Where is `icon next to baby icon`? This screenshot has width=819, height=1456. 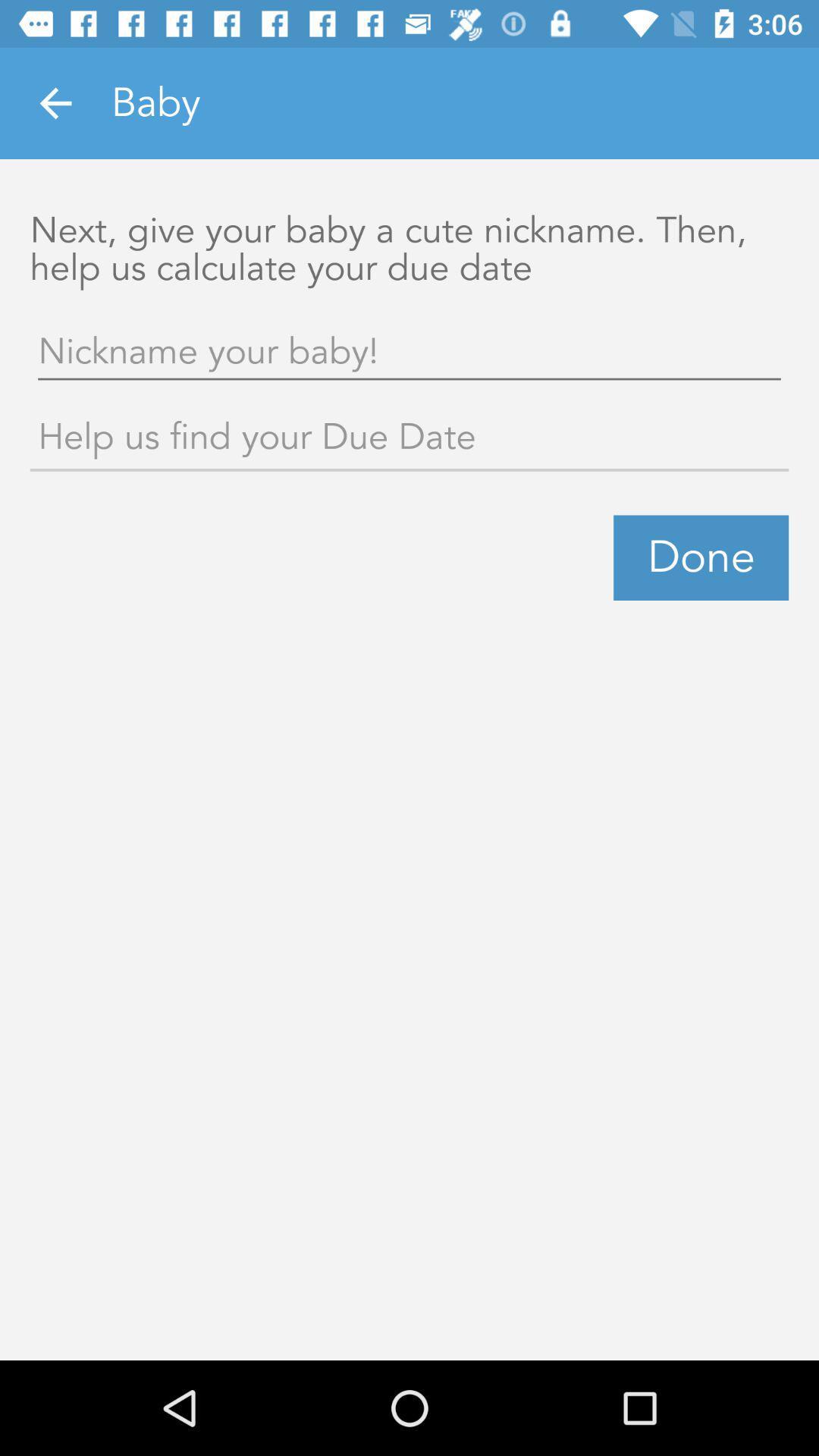 icon next to baby icon is located at coordinates (55, 102).